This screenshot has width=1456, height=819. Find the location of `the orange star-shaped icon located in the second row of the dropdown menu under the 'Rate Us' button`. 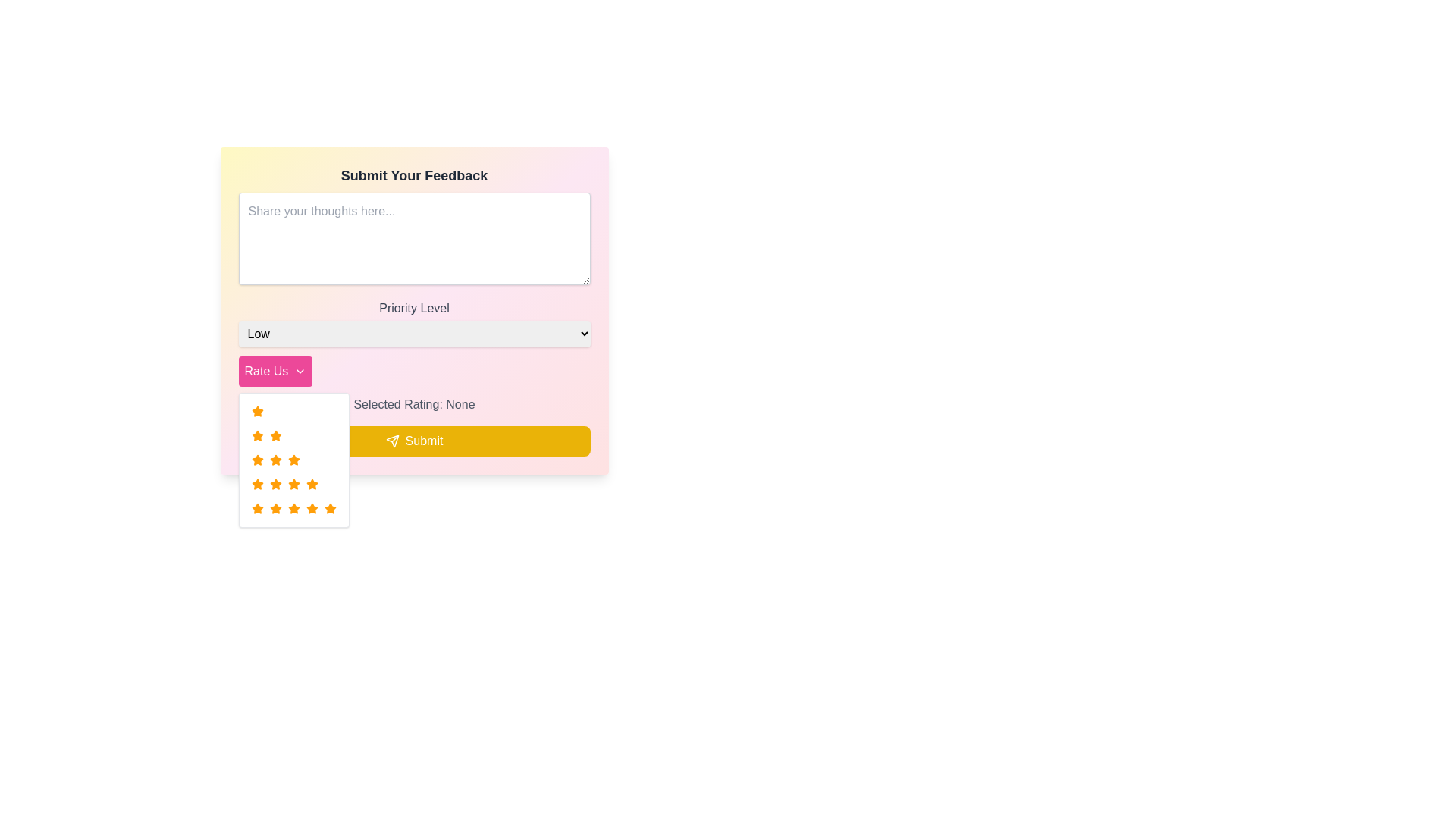

the orange star-shaped icon located in the second row of the dropdown menu under the 'Rate Us' button is located at coordinates (257, 459).